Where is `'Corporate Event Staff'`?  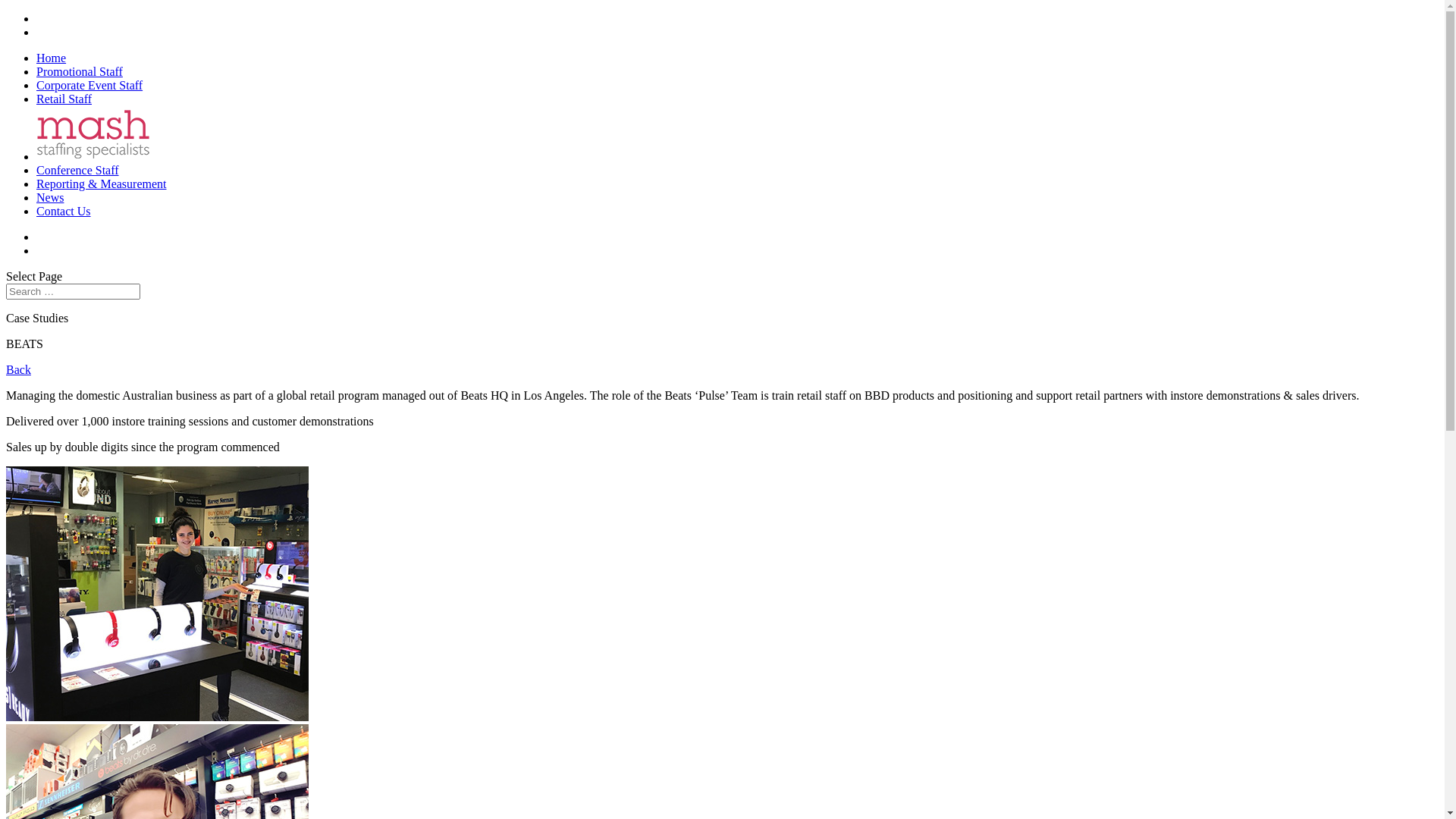
'Corporate Event Staff' is located at coordinates (89, 85).